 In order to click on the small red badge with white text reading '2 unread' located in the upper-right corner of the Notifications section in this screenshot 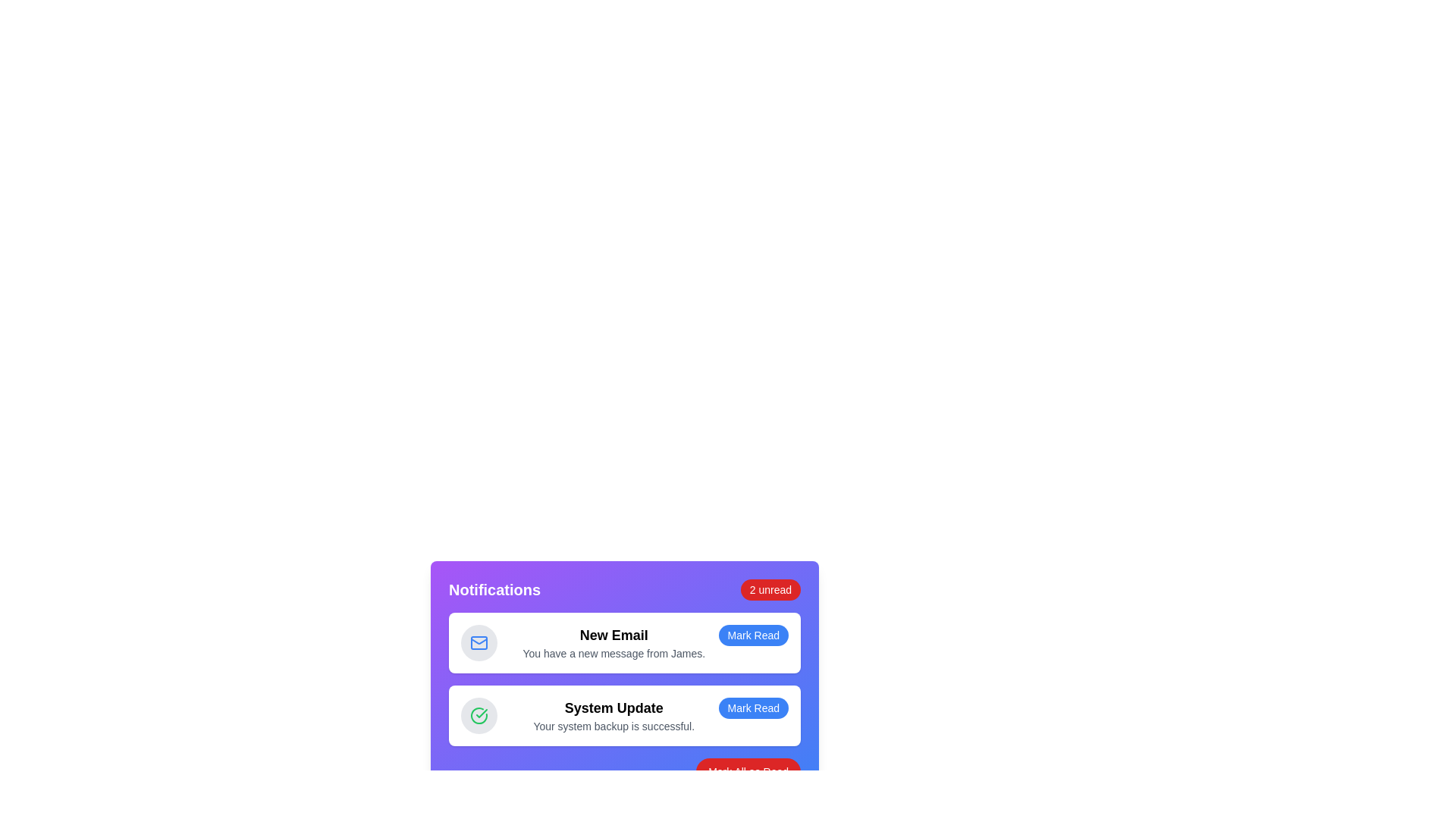, I will do `click(770, 589)`.